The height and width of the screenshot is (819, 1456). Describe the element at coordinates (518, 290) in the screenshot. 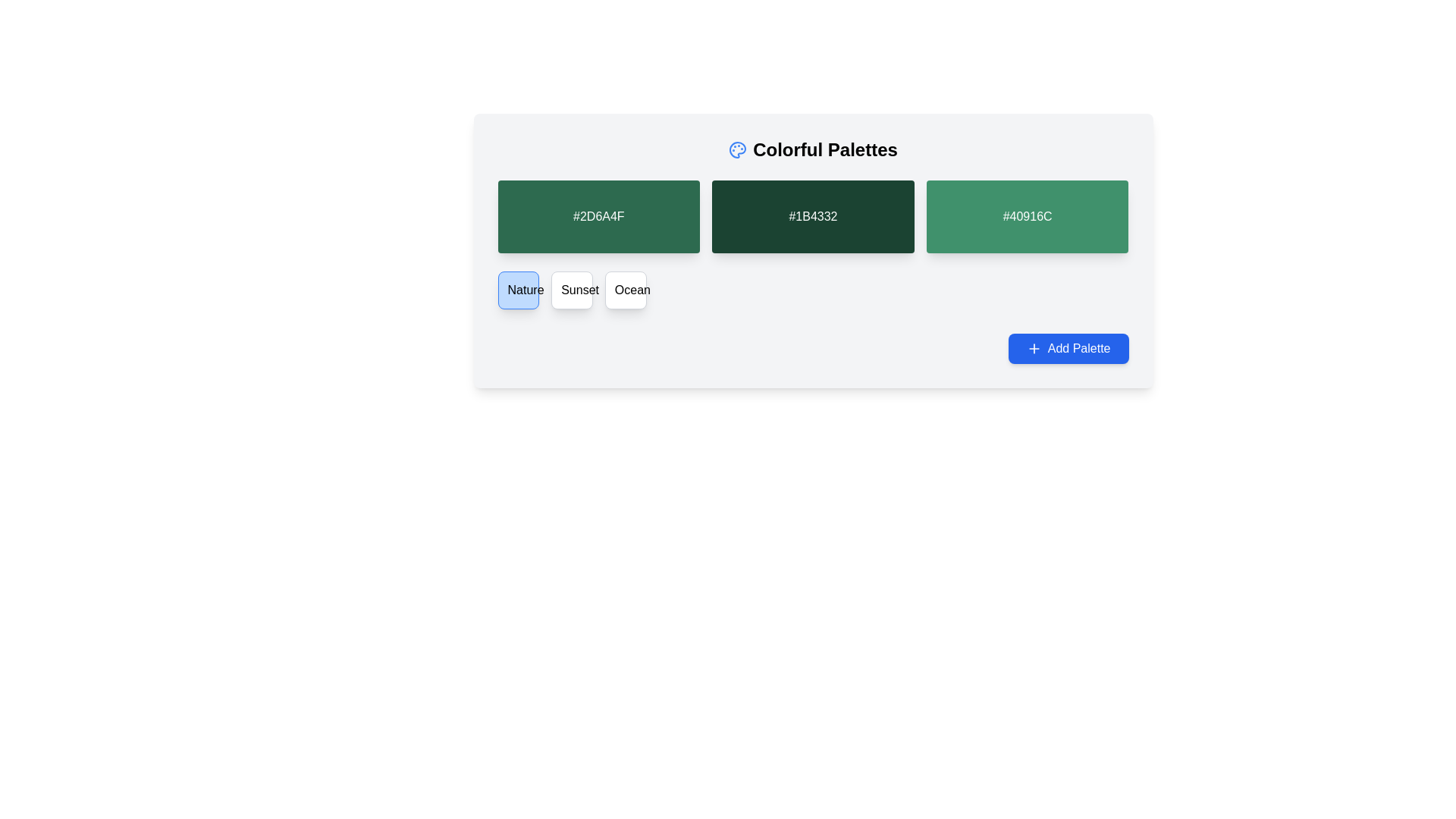

I see `the 'Nature' button, which is the leftmost button in a group of three with a gradient blue background and rounded corners` at that location.